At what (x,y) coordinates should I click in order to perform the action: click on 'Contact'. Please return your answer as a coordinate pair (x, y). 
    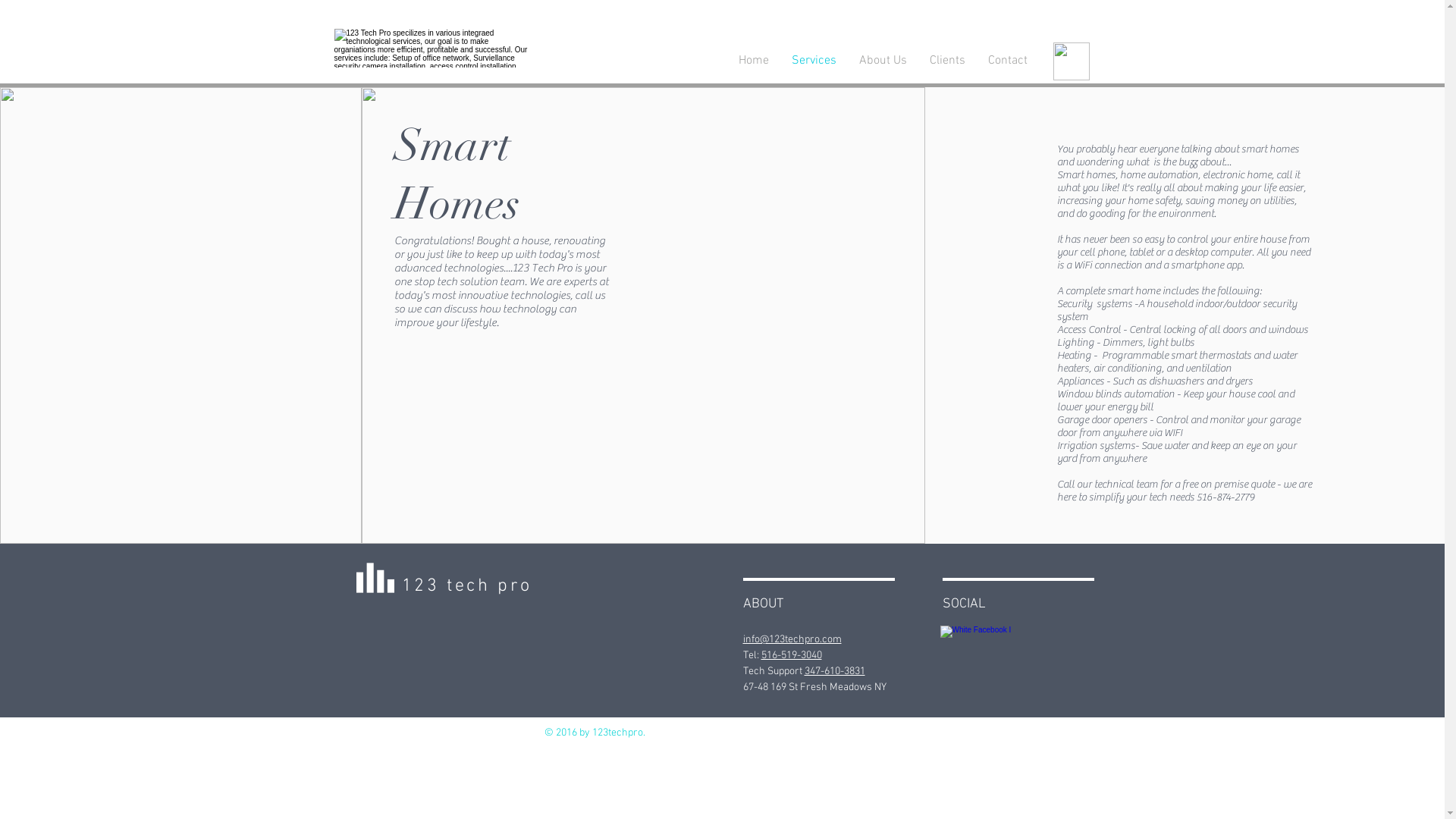
    Looking at the image, I should click on (1008, 60).